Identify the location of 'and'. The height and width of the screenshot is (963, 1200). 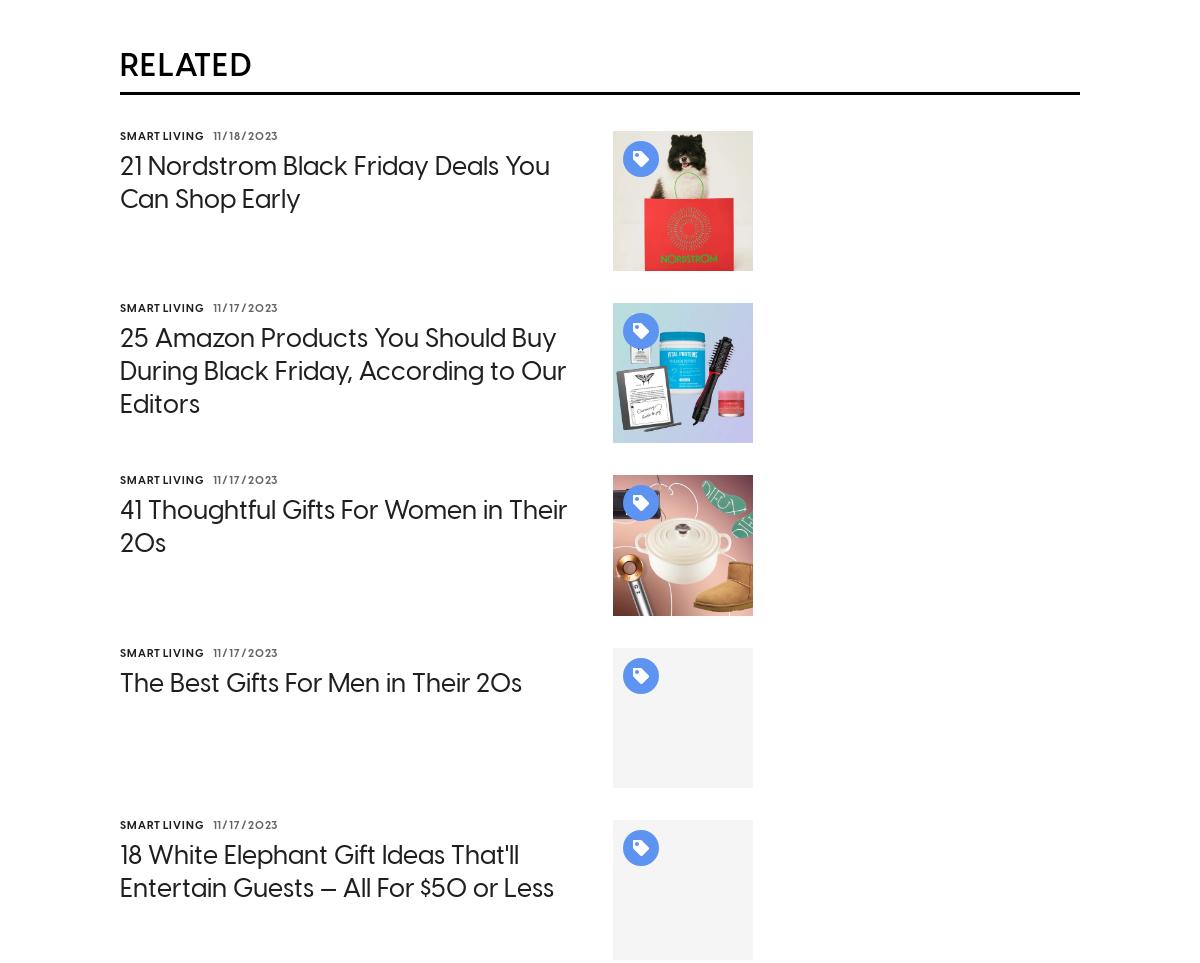
(446, 810).